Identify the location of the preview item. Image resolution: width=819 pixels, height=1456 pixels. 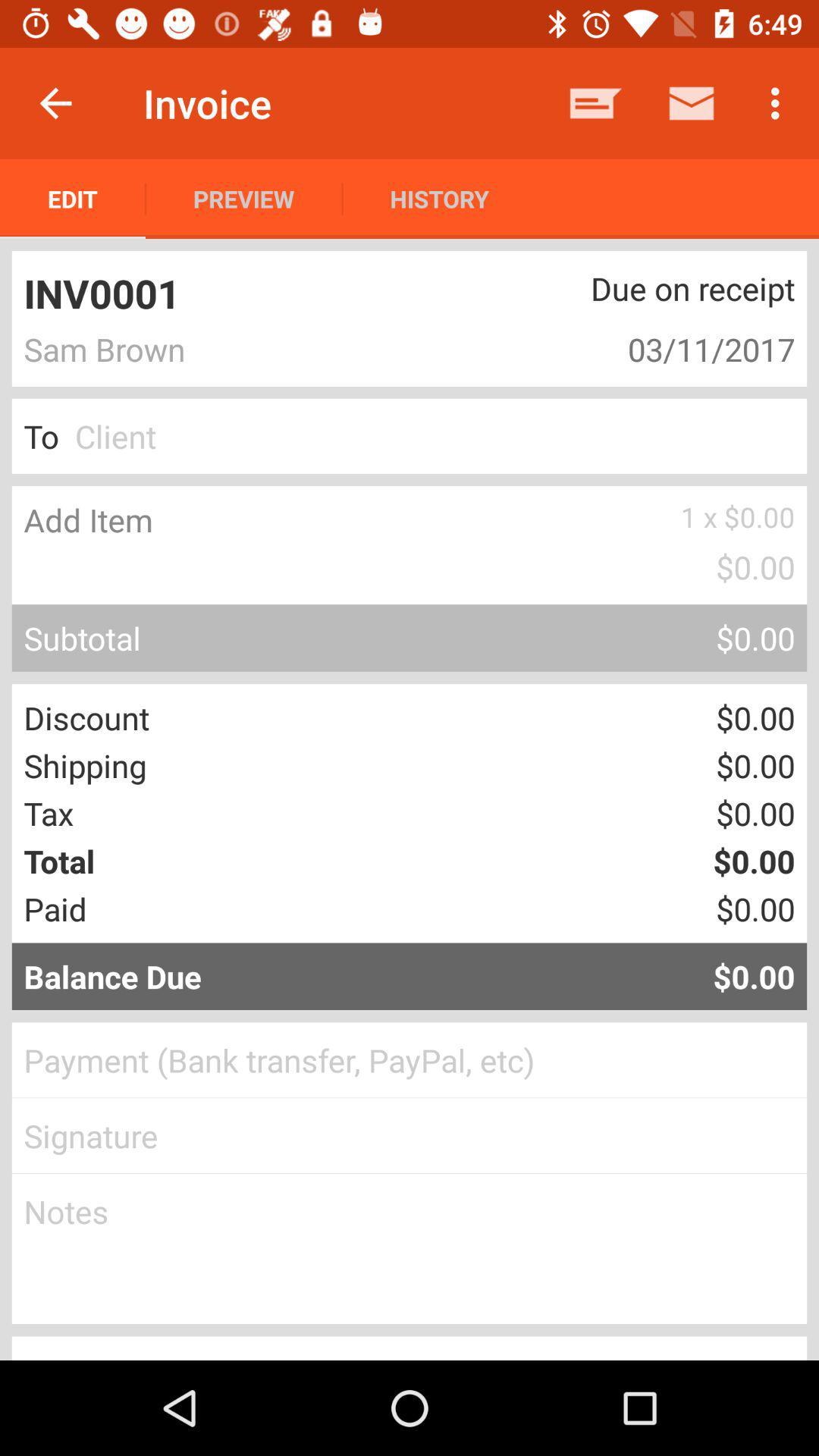
(243, 198).